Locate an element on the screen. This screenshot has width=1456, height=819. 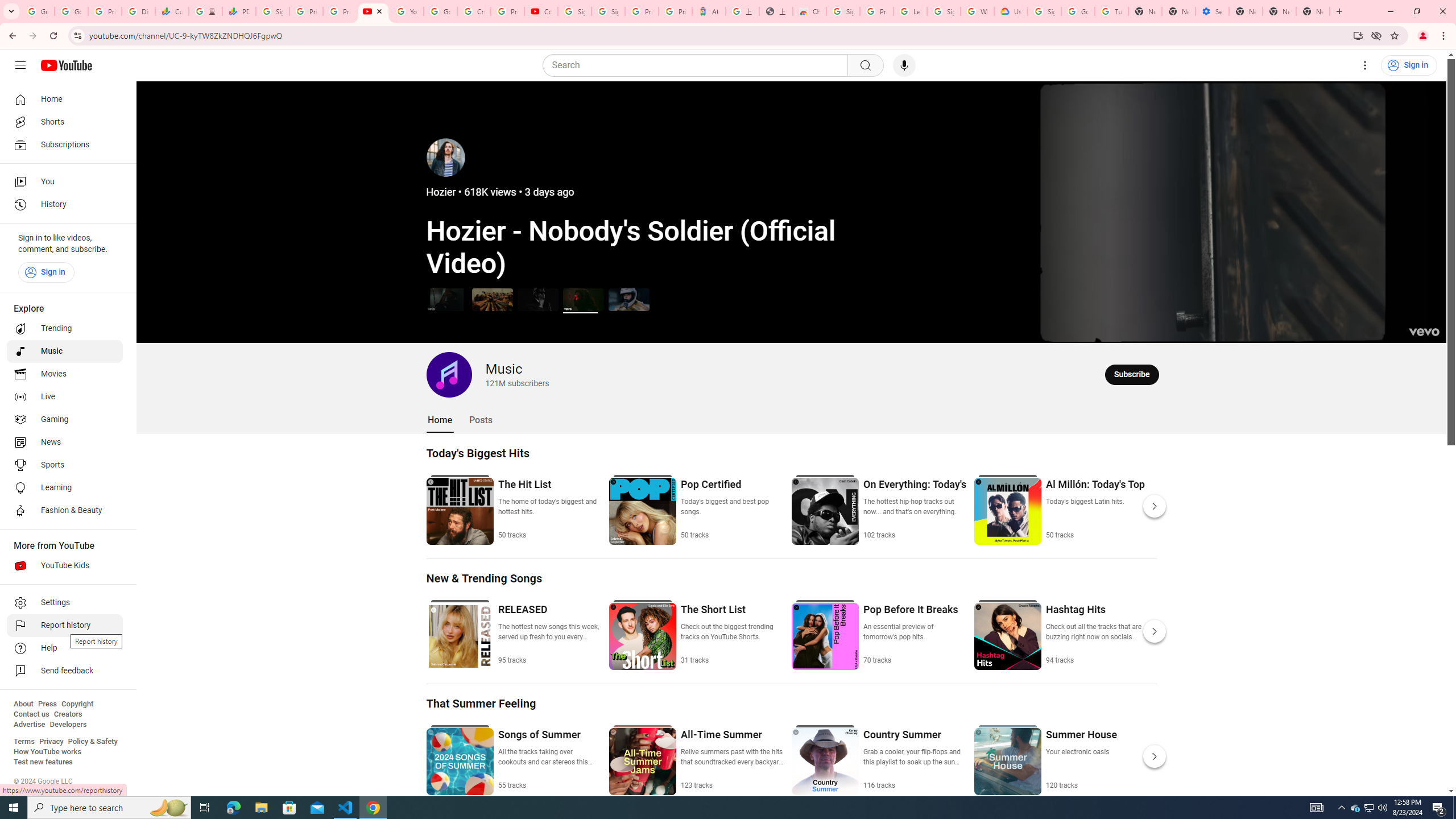
'History' is located at coordinates (64, 205).